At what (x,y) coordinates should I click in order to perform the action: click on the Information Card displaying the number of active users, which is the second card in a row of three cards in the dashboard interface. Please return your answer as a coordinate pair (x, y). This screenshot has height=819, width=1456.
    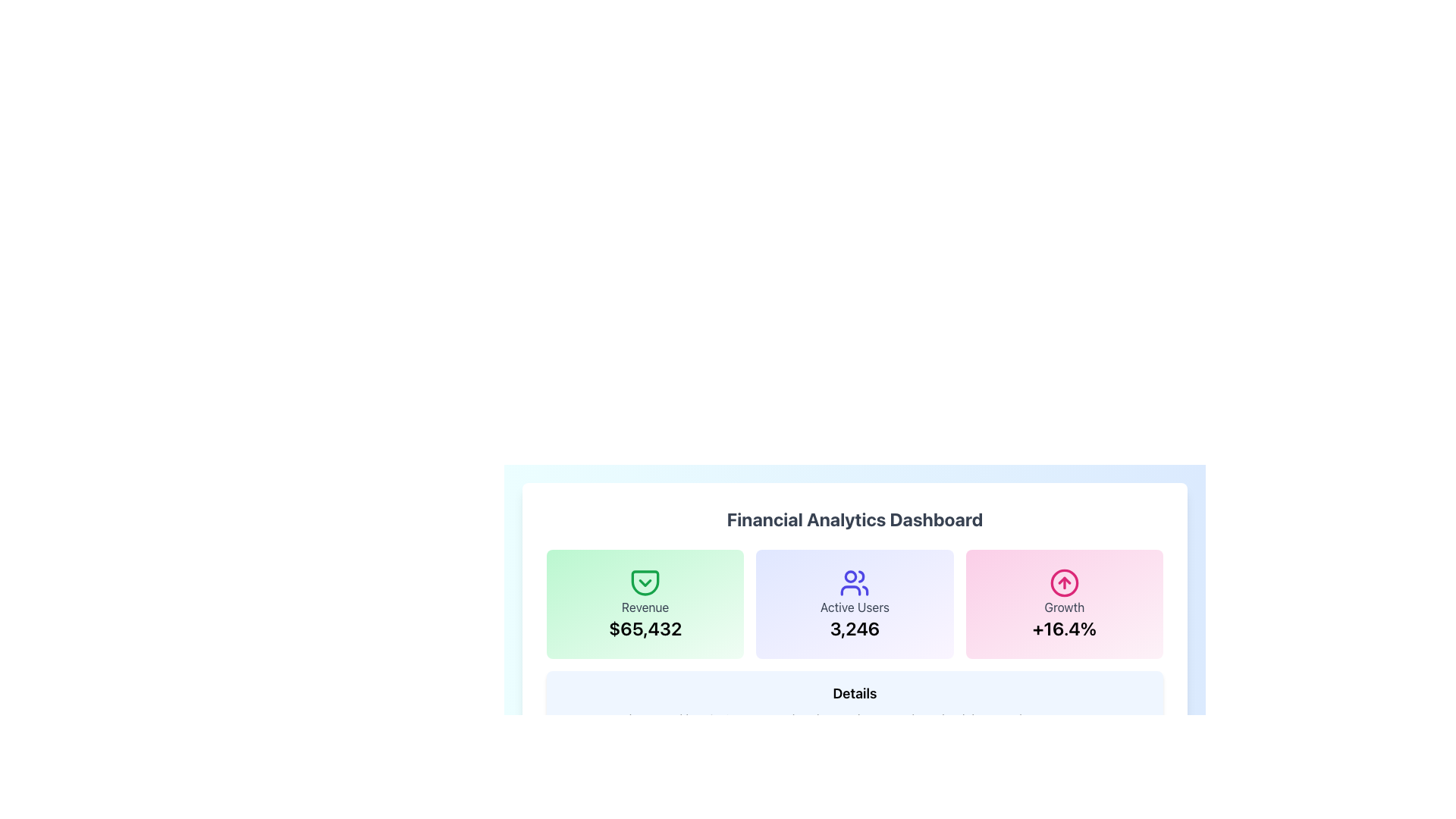
    Looking at the image, I should click on (855, 604).